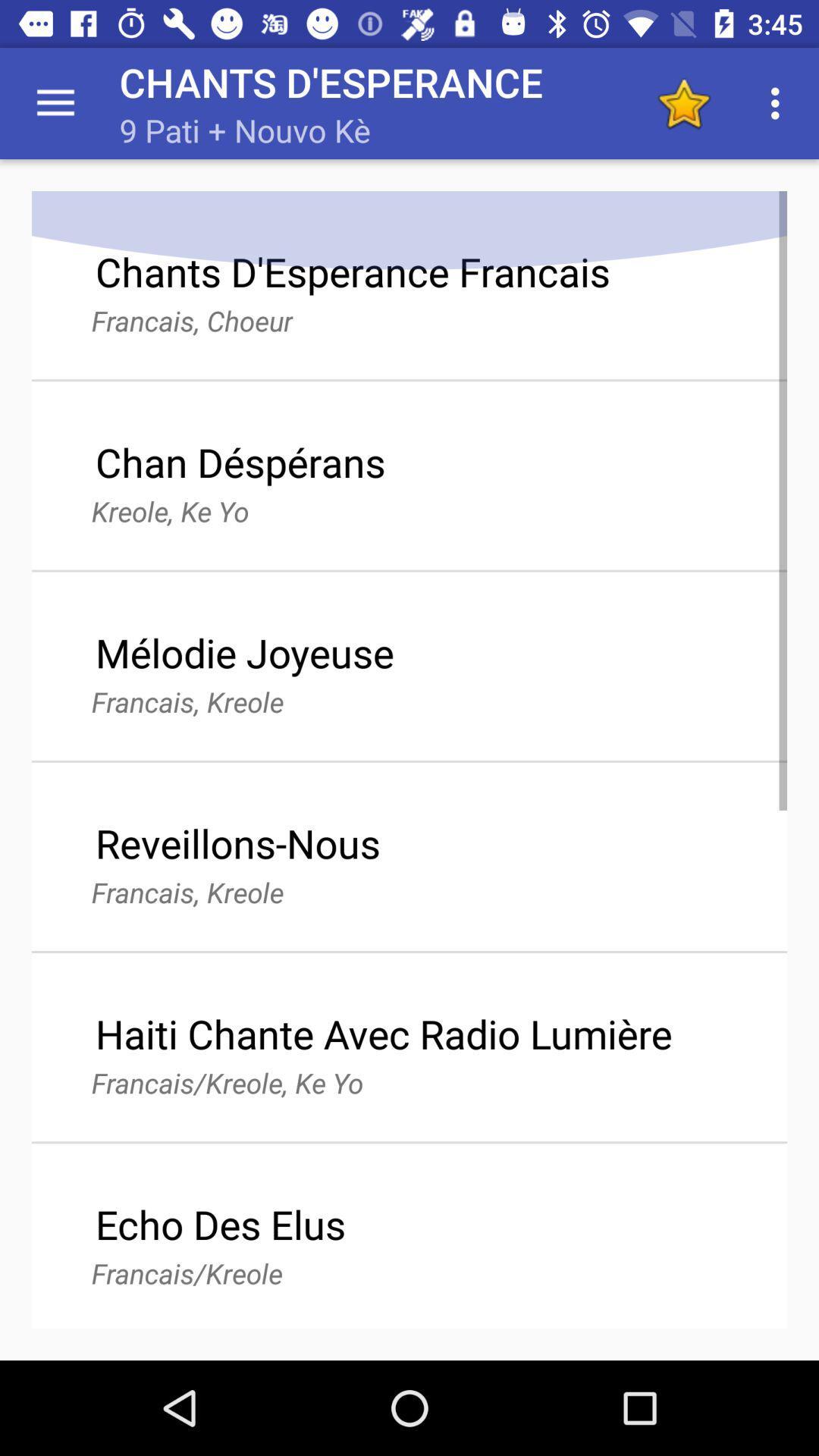 This screenshot has height=1456, width=819. I want to click on icon above the kreole, ke yo icon, so click(240, 461).